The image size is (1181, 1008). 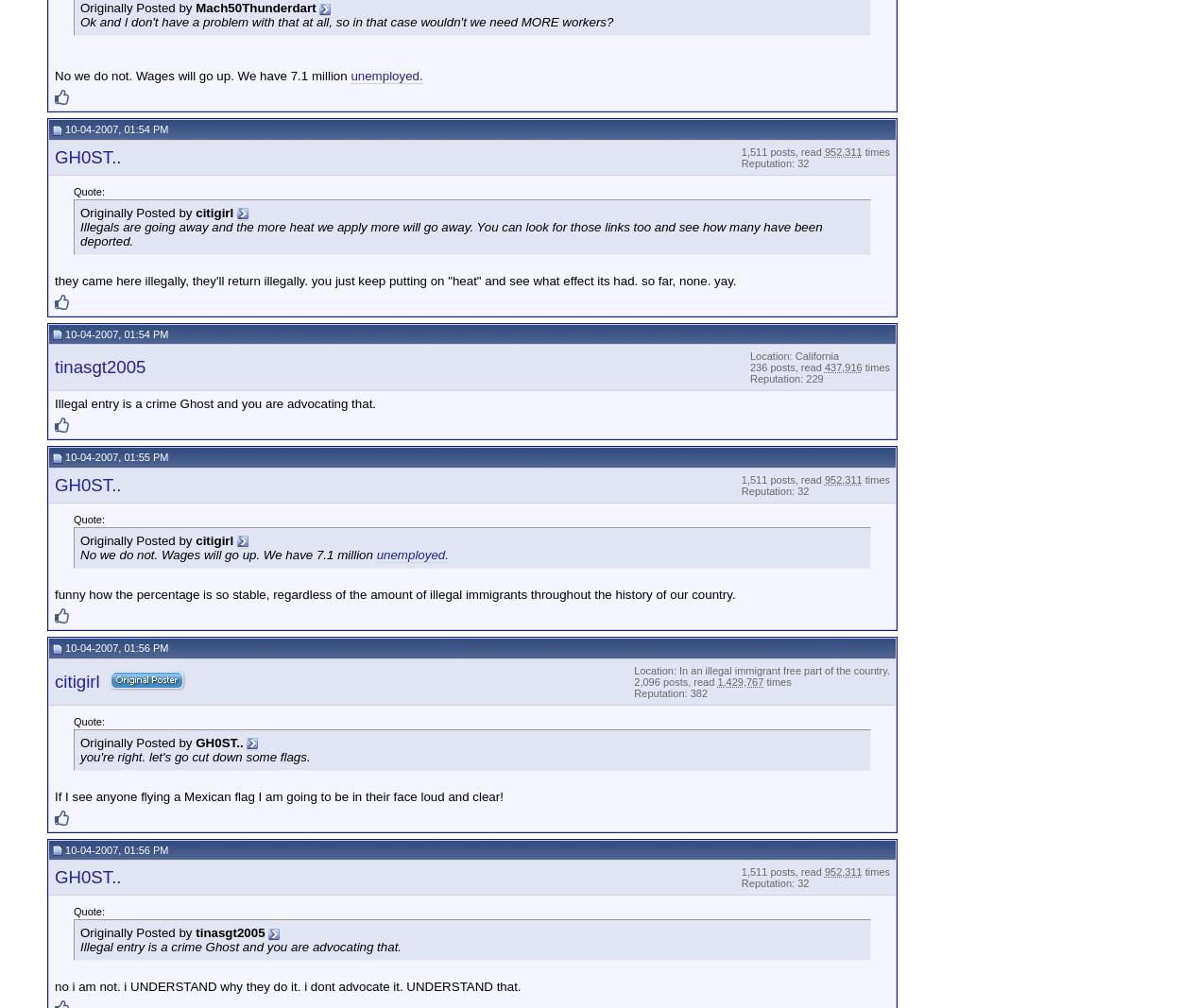 What do you see at coordinates (279, 794) in the screenshot?
I see `'If I see anyone flying a Mexican flag I am going to be in their face loud and clear!'` at bounding box center [279, 794].